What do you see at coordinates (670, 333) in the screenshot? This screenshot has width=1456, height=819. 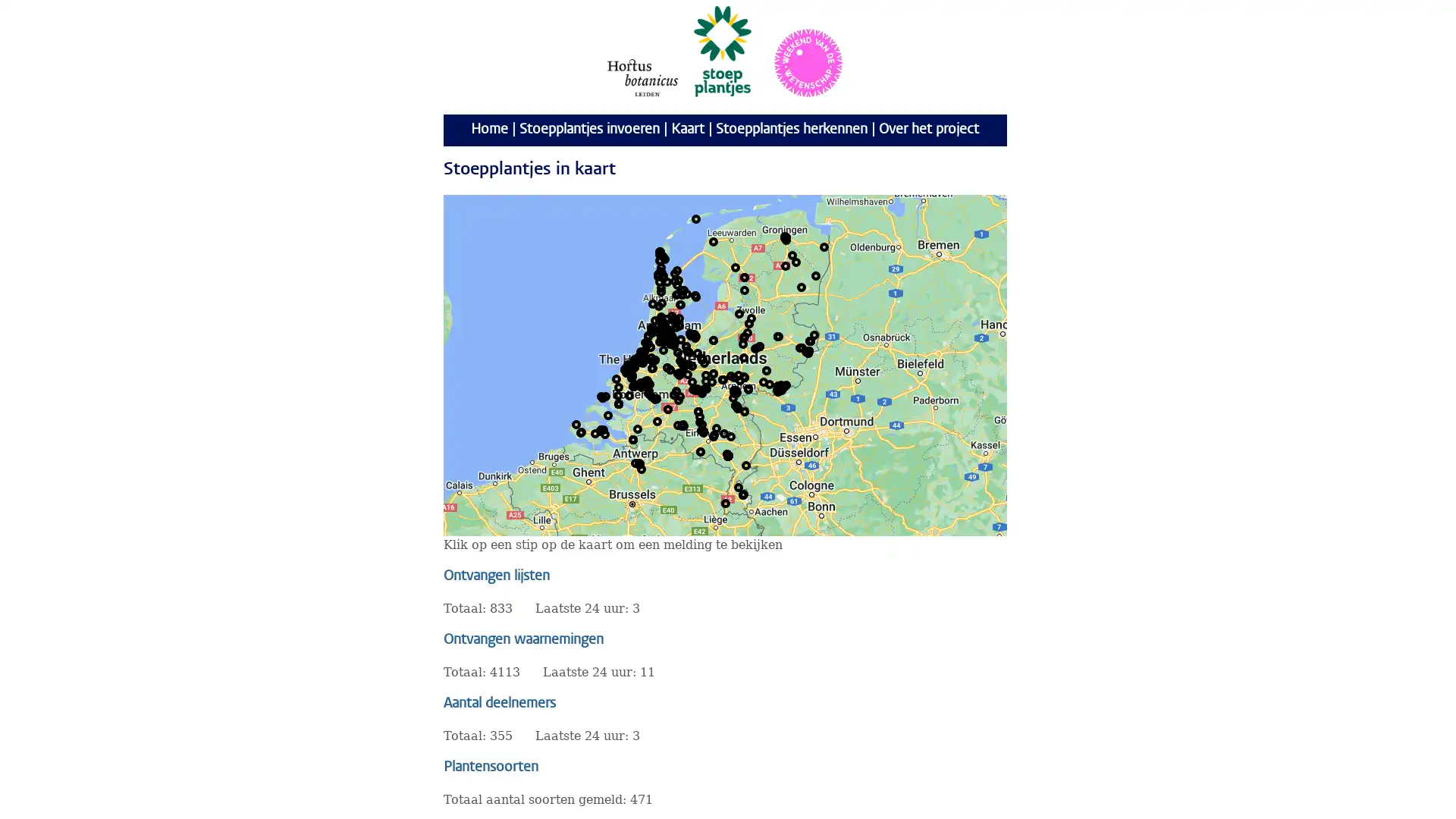 I see `Telling van Ariela op 09 mei 2022` at bounding box center [670, 333].